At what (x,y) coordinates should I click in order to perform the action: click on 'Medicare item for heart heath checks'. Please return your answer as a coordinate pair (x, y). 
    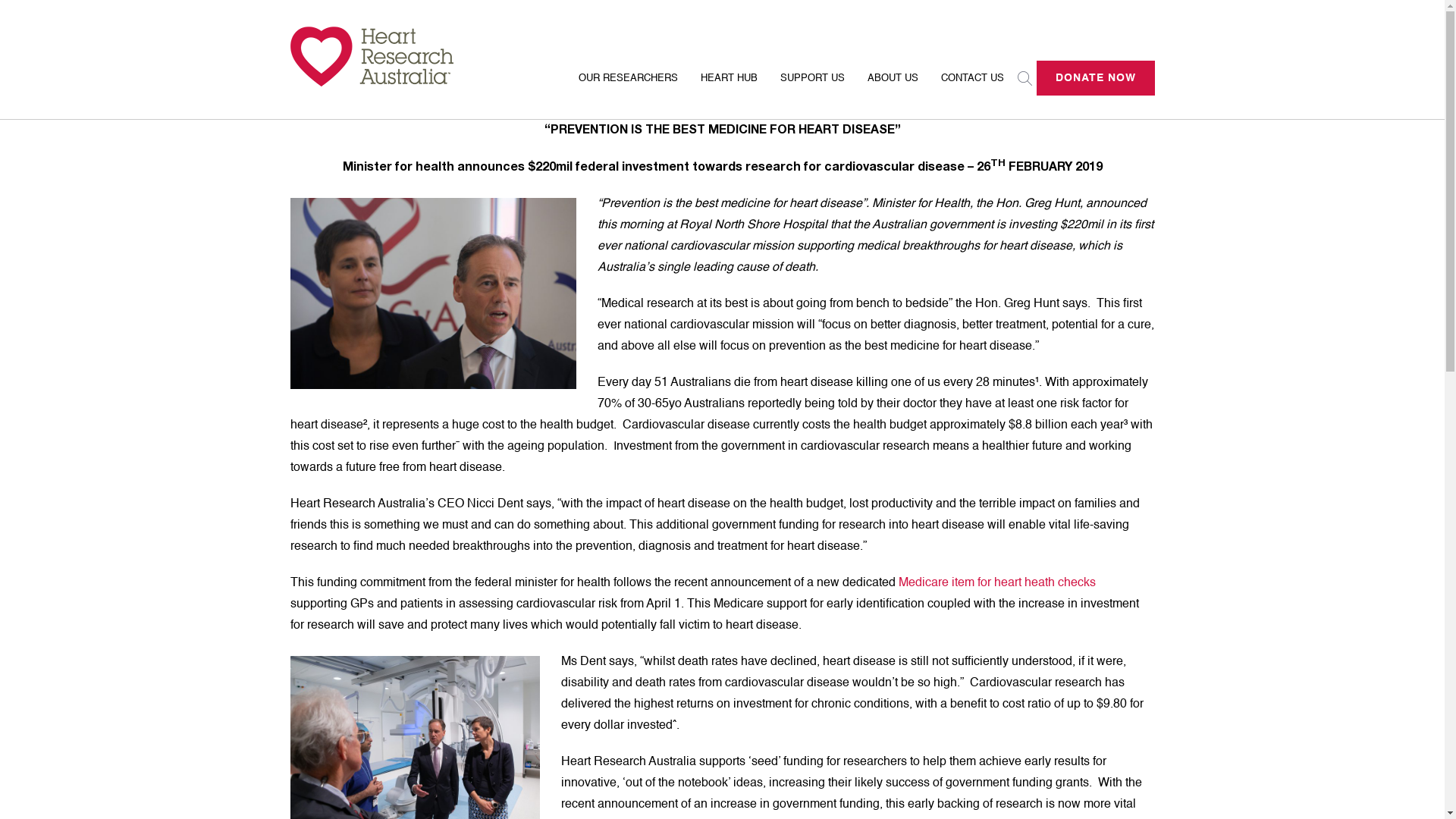
    Looking at the image, I should click on (996, 582).